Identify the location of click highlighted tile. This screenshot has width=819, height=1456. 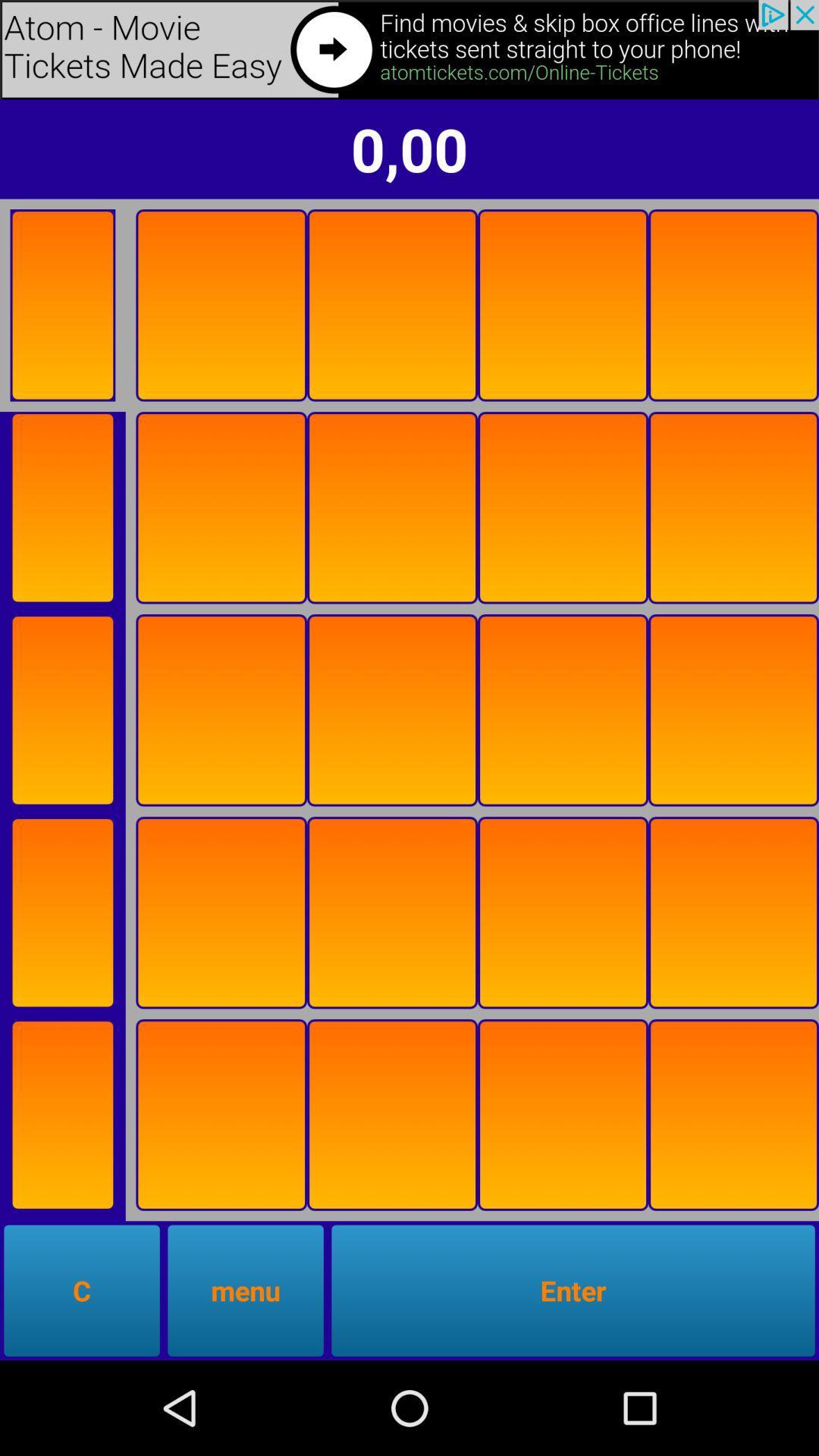
(221, 709).